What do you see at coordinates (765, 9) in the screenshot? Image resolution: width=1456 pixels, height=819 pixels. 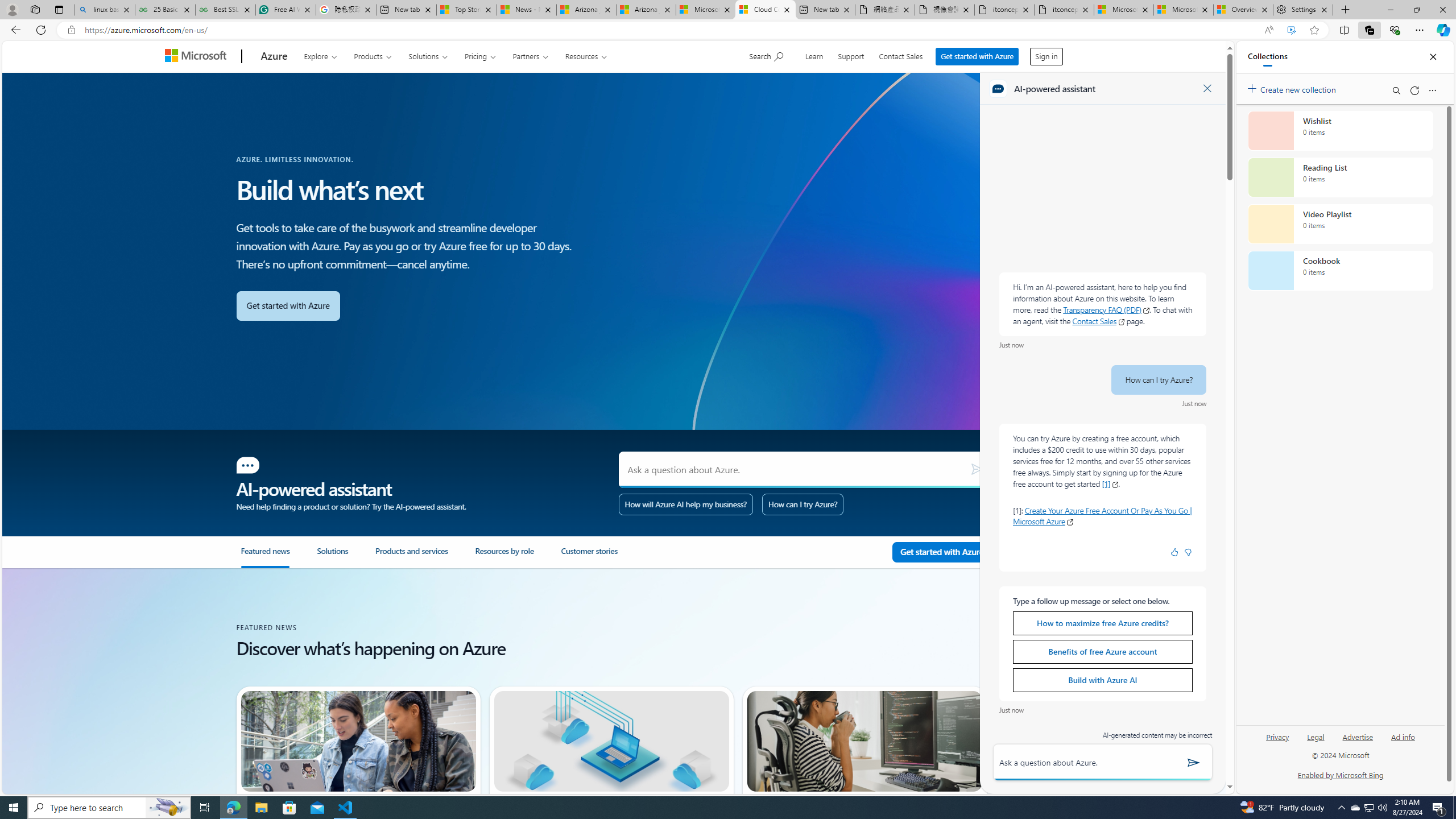 I see `'Cloud Computing Services | Microsoft Azure'` at bounding box center [765, 9].